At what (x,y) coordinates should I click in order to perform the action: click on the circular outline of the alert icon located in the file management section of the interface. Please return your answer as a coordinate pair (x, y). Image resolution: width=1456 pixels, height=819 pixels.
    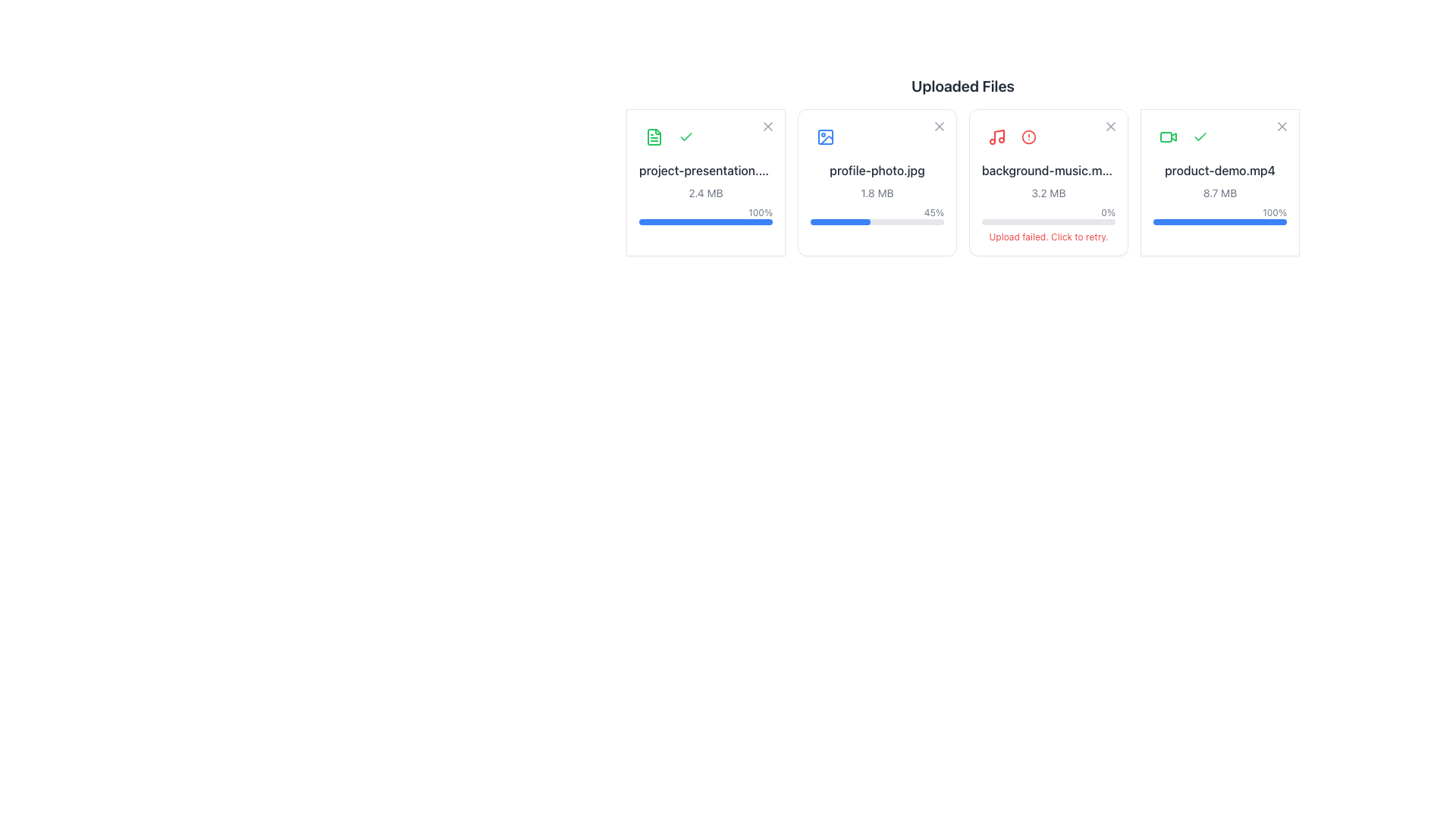
    Looking at the image, I should click on (1029, 137).